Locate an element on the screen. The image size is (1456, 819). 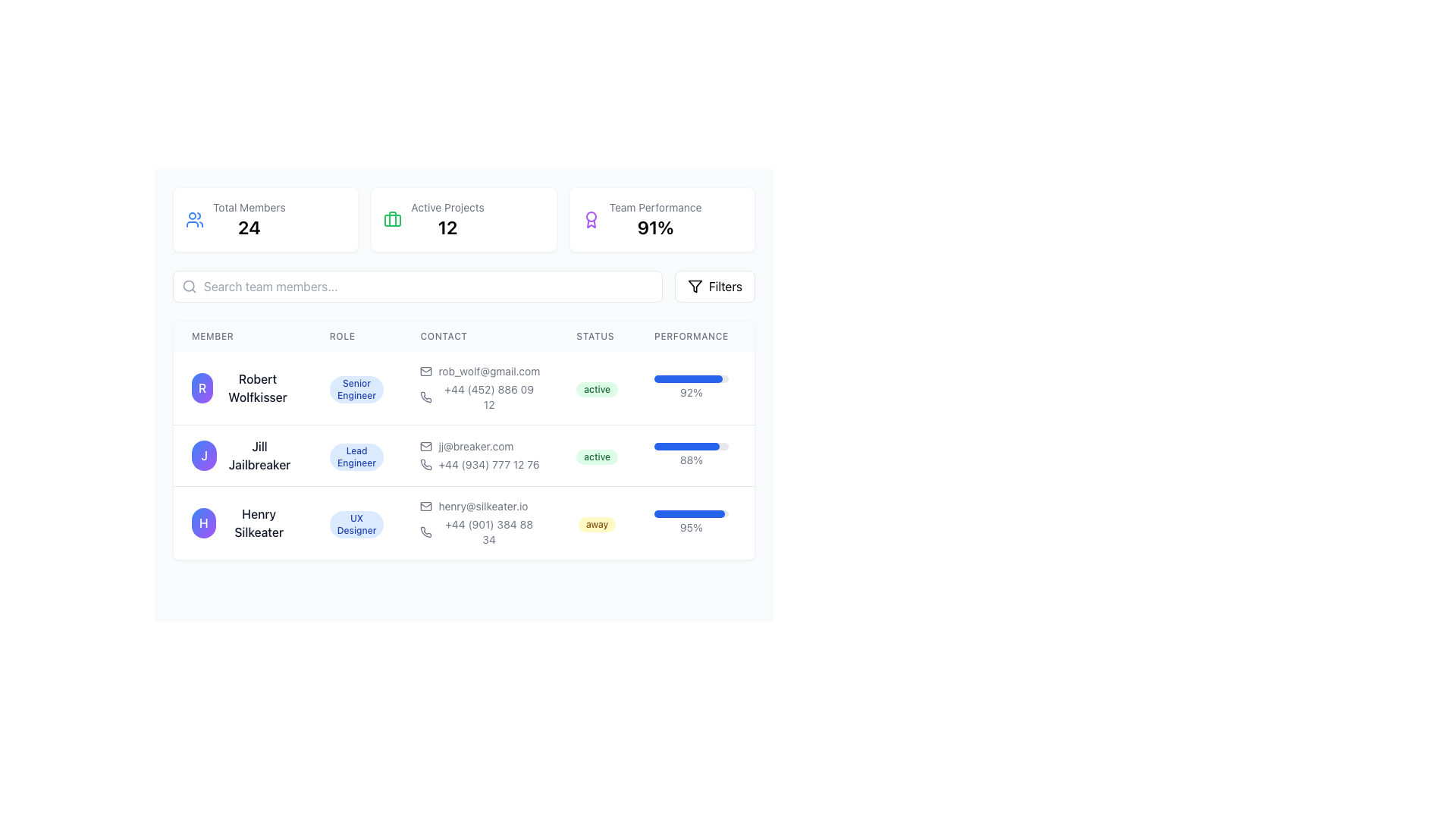
the text label displaying the name 'Robert Wolfkisser', which is located in the first row of the tabular layout, centrally within the 'Member' column, adjacent to a circular avatar is located at coordinates (258, 388).